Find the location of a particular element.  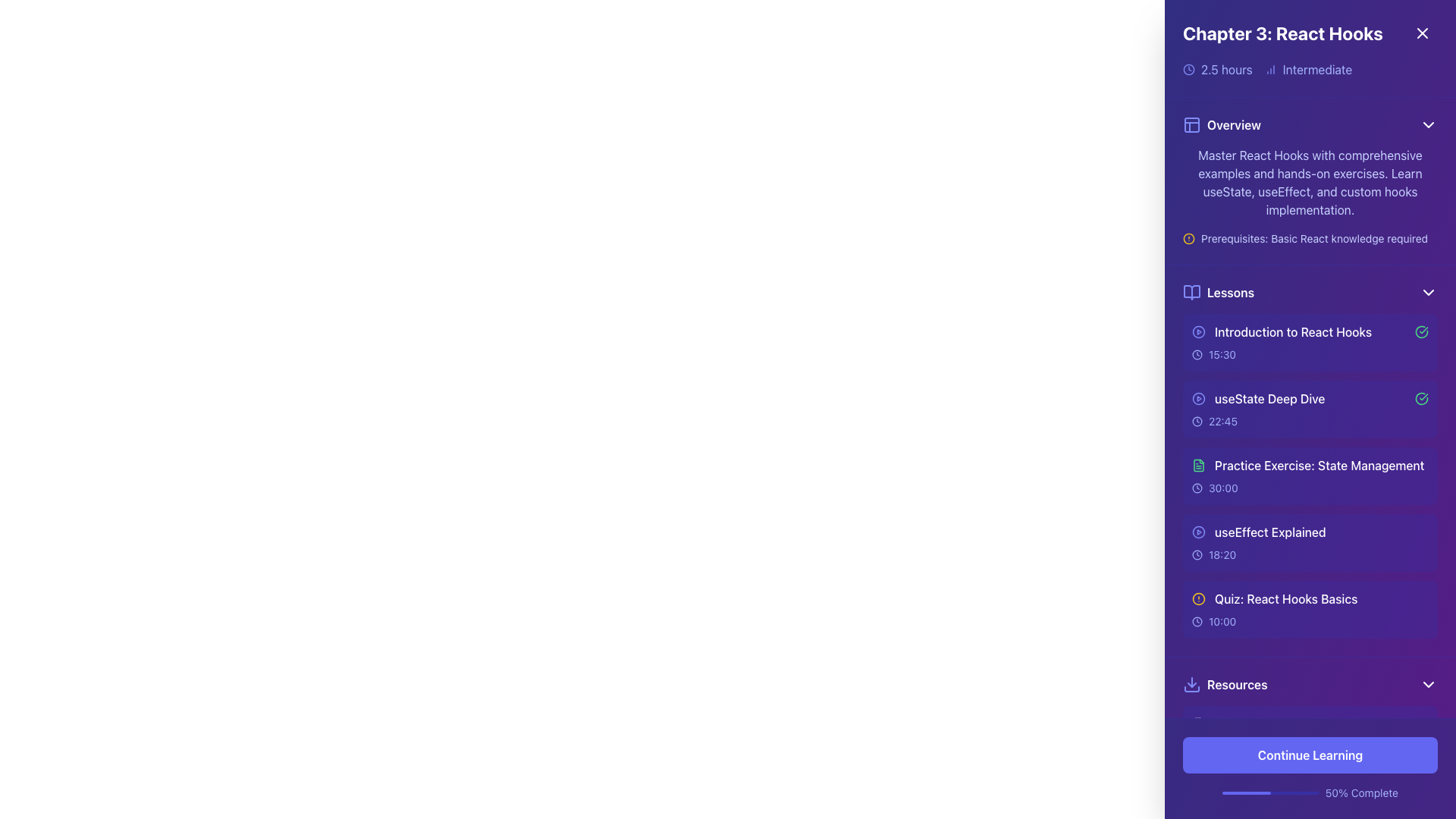

the 'useEffect Explained' lesson item in the Lessons sidebar is located at coordinates (1310, 532).